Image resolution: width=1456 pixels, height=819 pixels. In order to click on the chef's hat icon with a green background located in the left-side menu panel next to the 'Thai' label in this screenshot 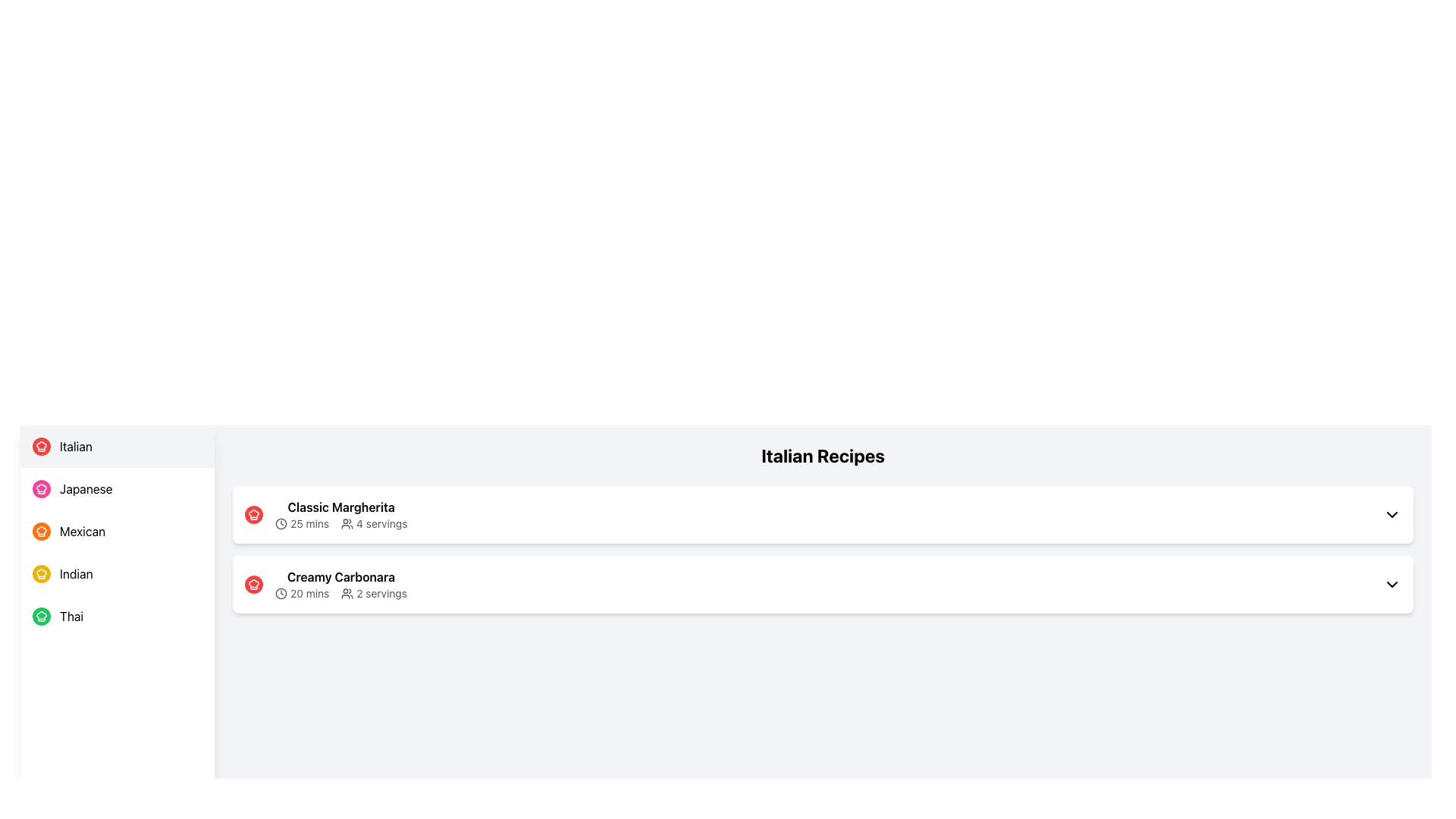, I will do `click(41, 617)`.